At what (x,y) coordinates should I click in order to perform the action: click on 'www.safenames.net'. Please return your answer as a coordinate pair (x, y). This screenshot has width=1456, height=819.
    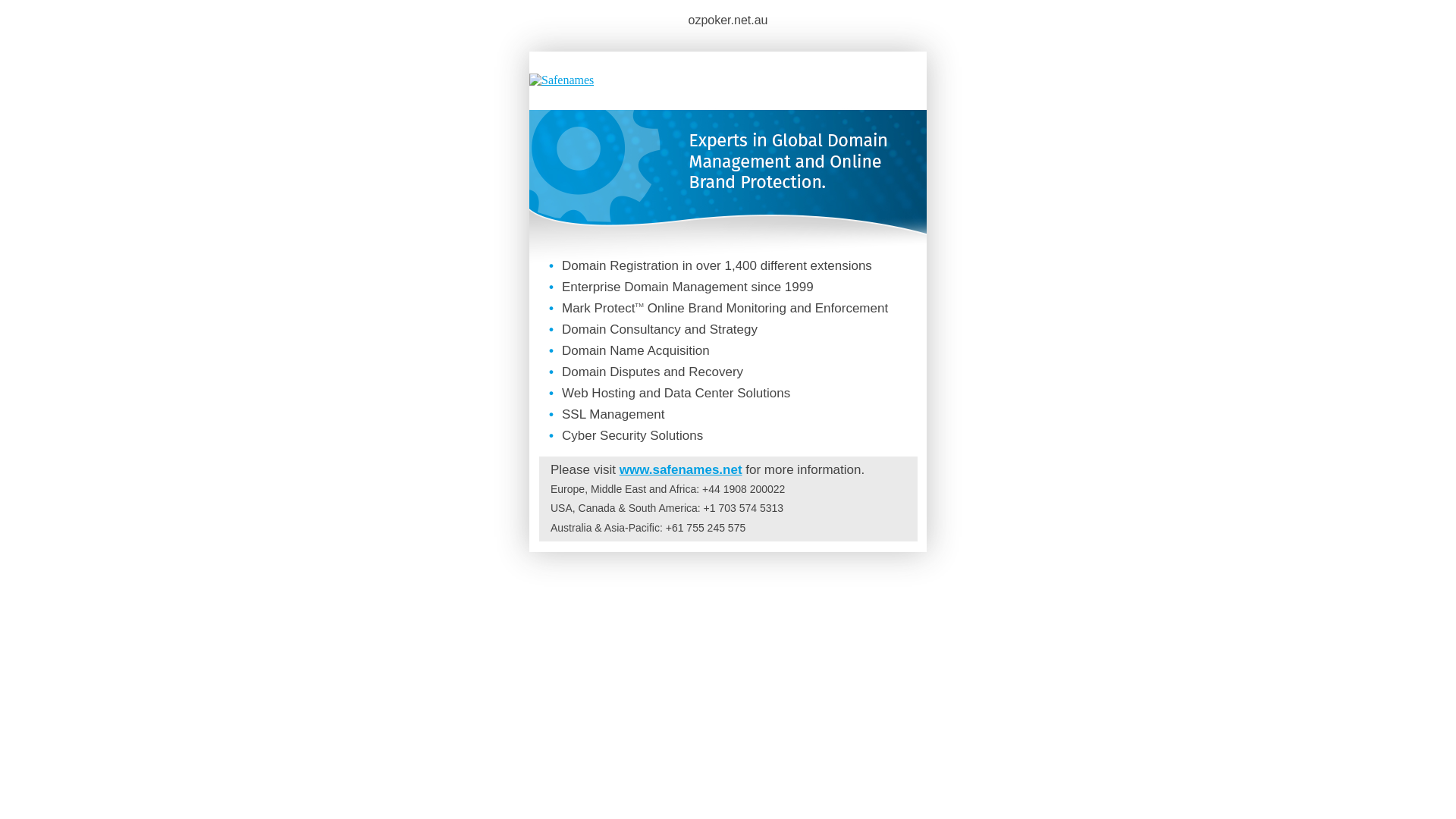
    Looking at the image, I should click on (679, 469).